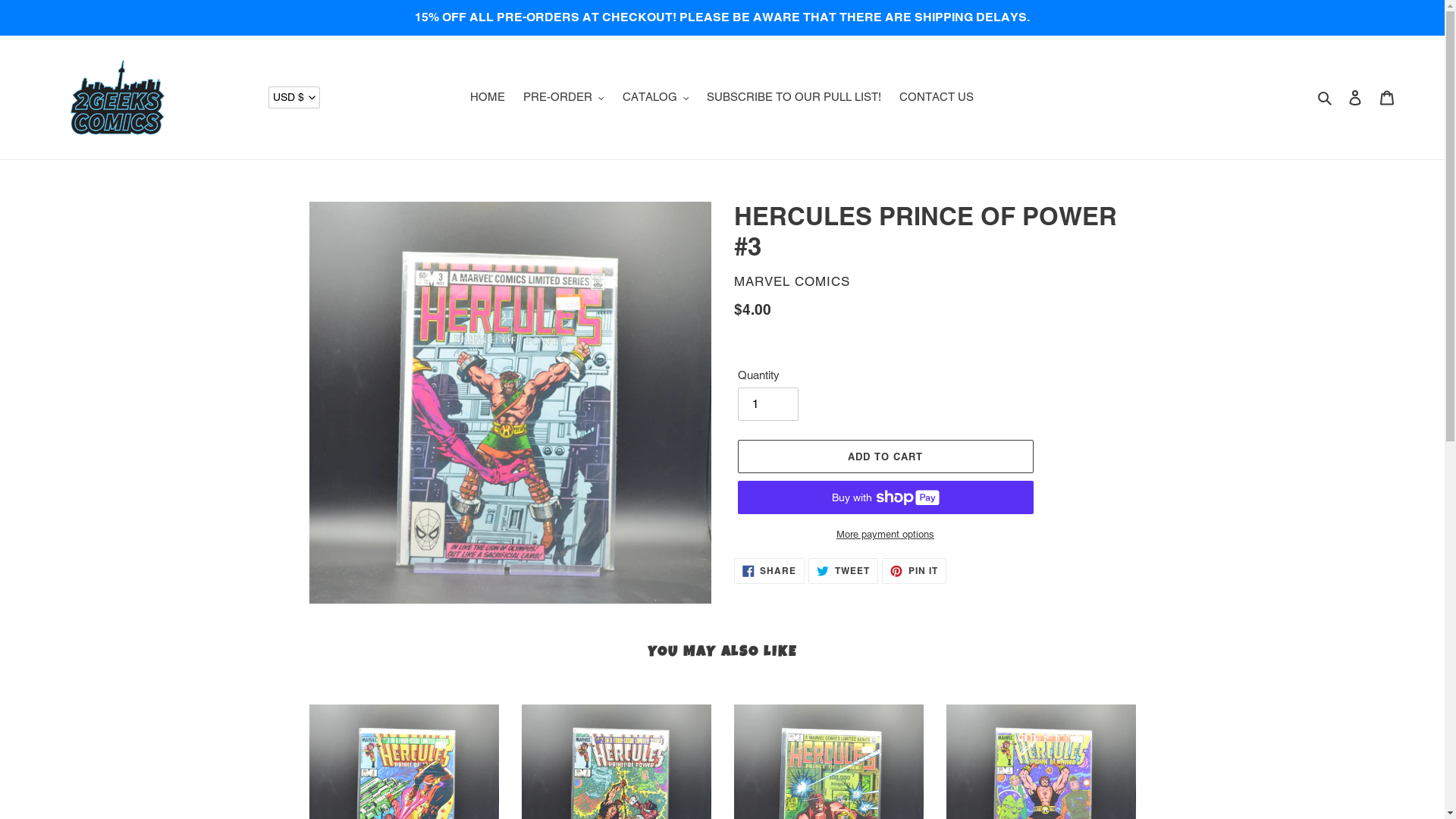  I want to click on 'HOME', so click(488, 97).